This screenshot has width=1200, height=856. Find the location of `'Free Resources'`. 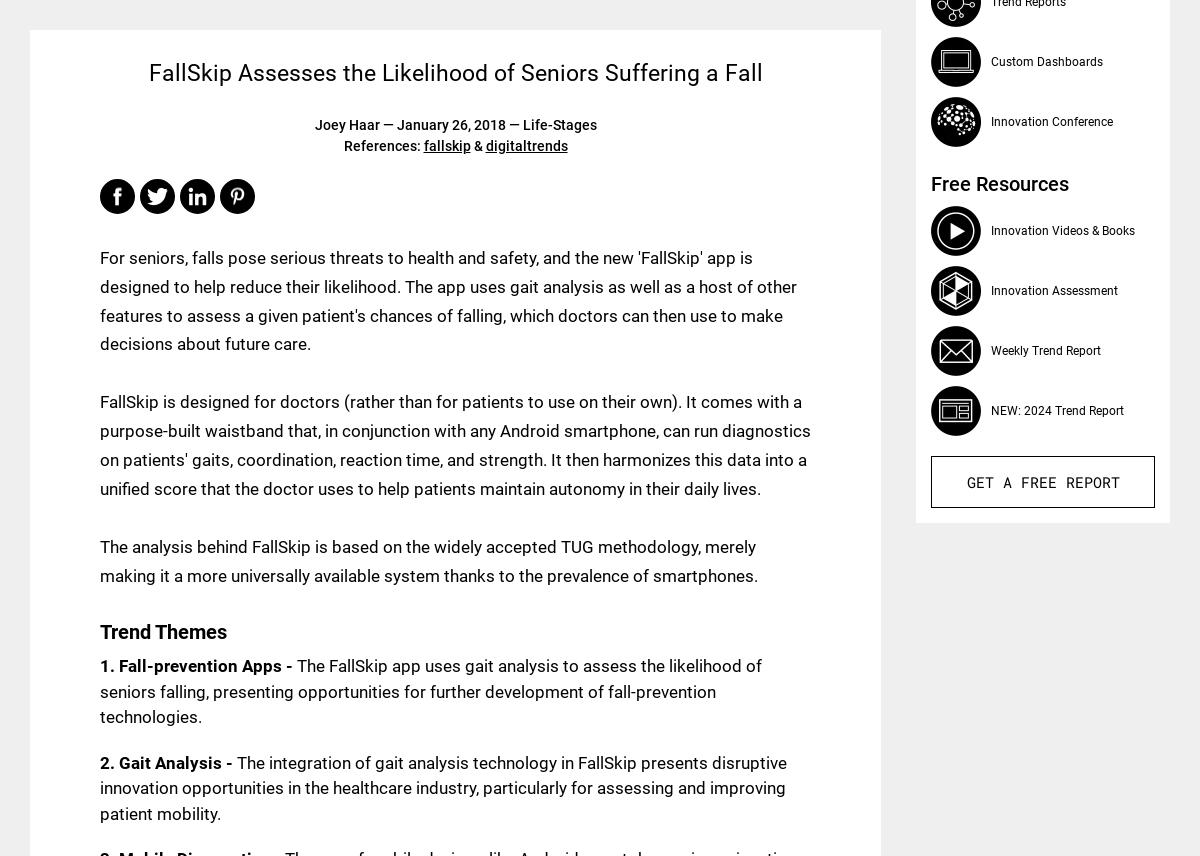

'Free Resources' is located at coordinates (999, 183).